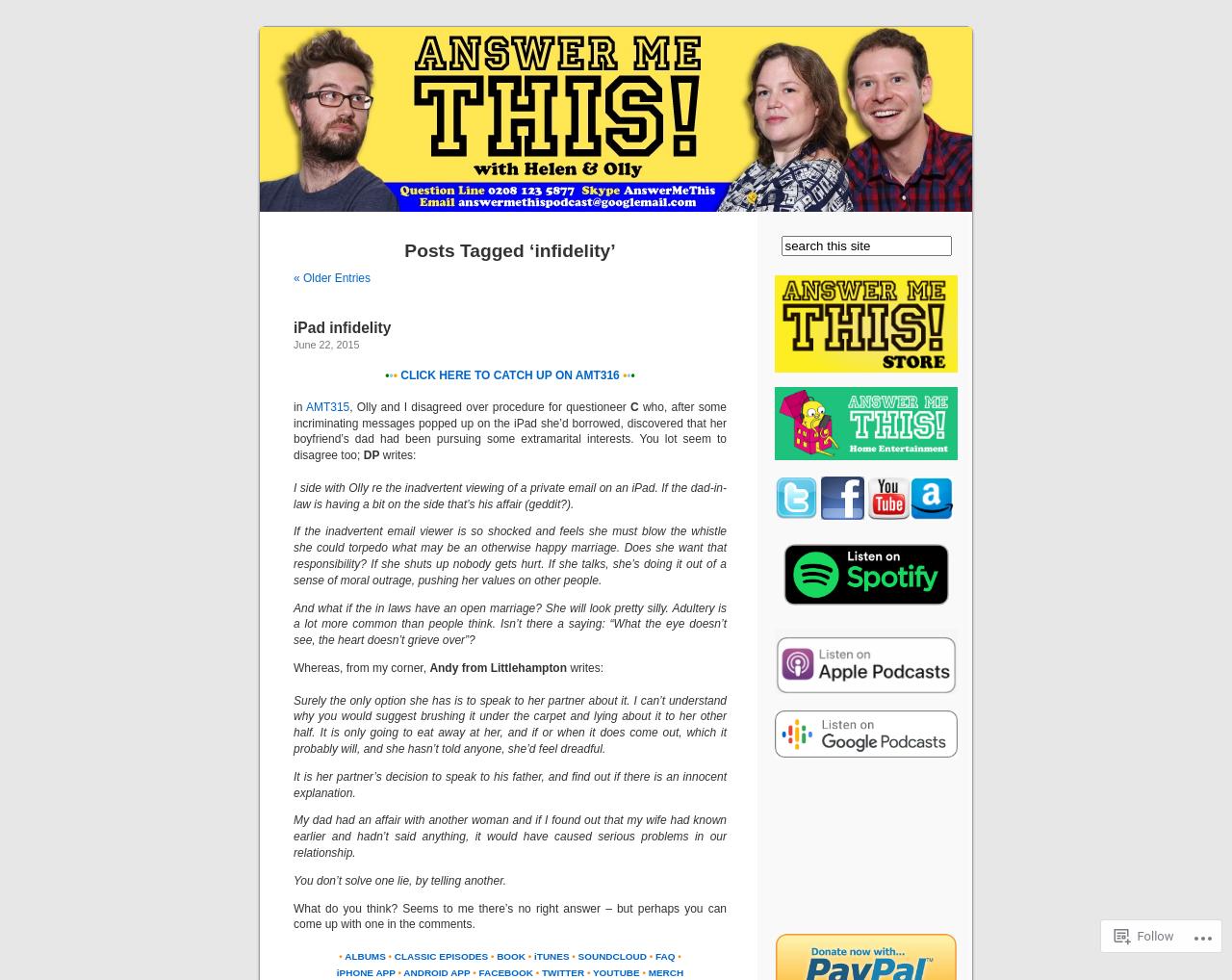 The width and height of the screenshot is (1232, 980). I want to click on 'iPad infidelity', so click(342, 326).